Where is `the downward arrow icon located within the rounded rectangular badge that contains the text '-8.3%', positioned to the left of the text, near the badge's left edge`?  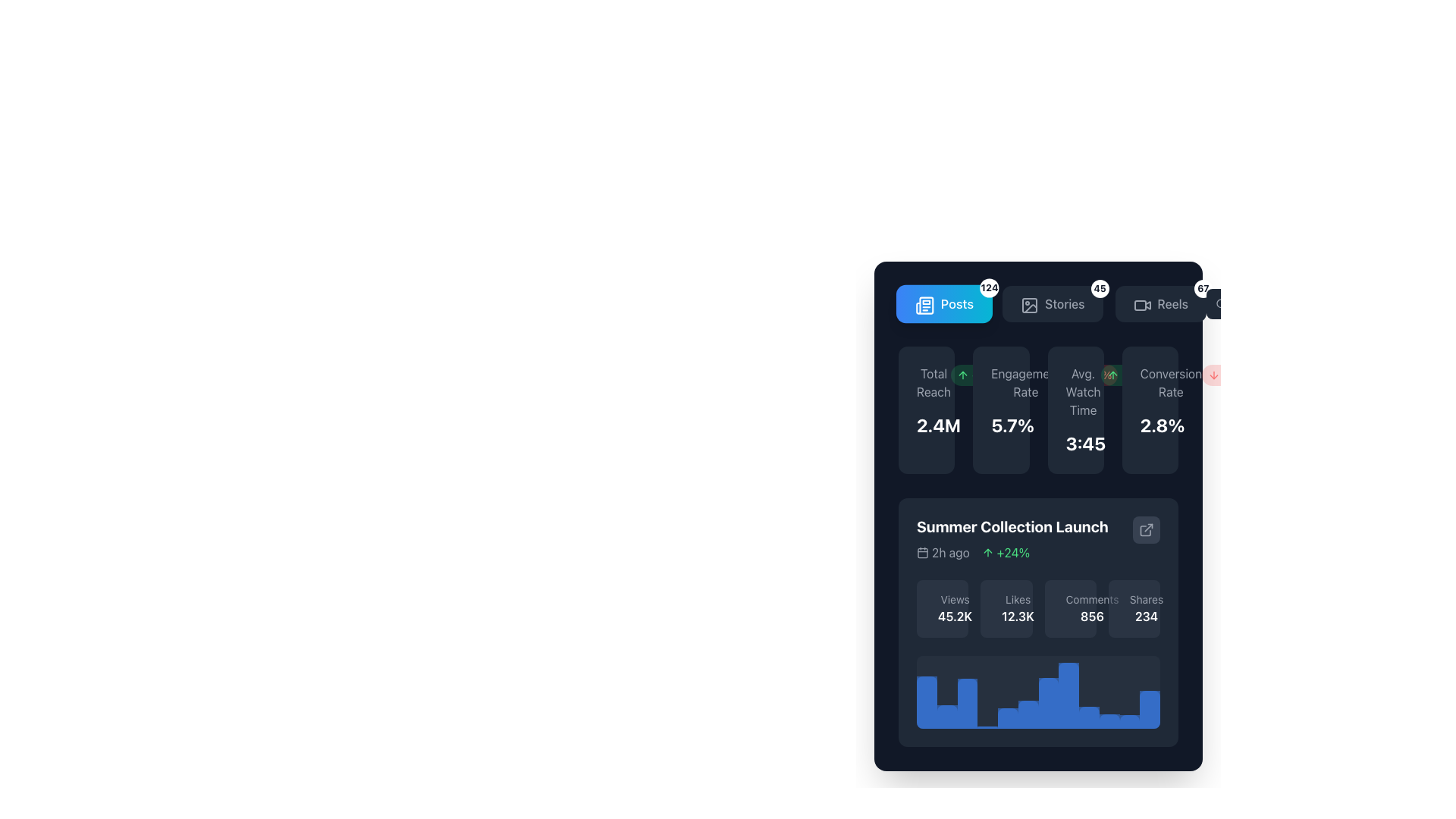 the downward arrow icon located within the rounded rectangular badge that contains the text '-8.3%', positioned to the left of the text, near the badge's left edge is located at coordinates (1214, 375).